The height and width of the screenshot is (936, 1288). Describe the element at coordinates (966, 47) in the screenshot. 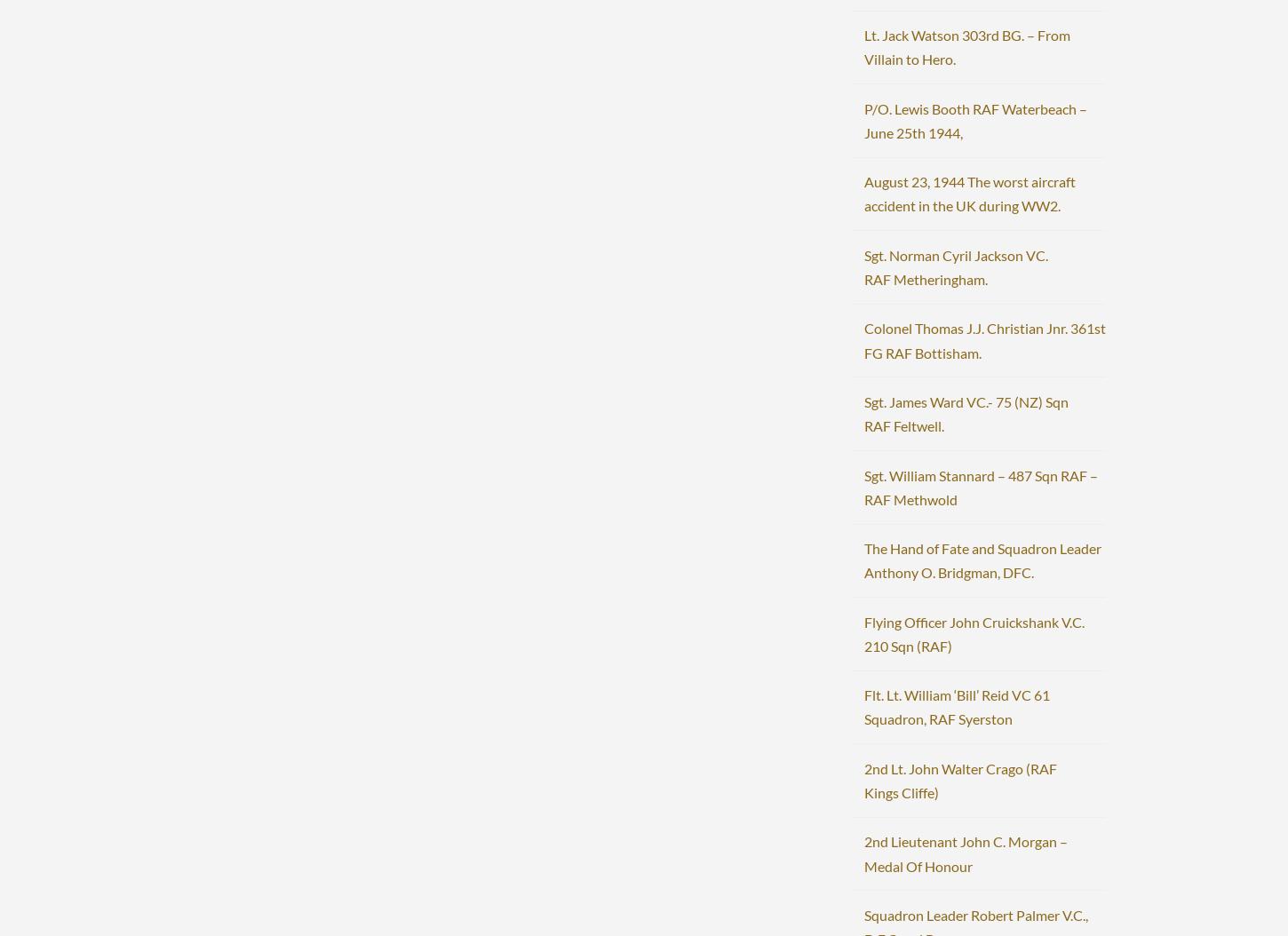

I see `'Lt. Jack Watson 303rd BG. – From Villain to Hero.'` at that location.